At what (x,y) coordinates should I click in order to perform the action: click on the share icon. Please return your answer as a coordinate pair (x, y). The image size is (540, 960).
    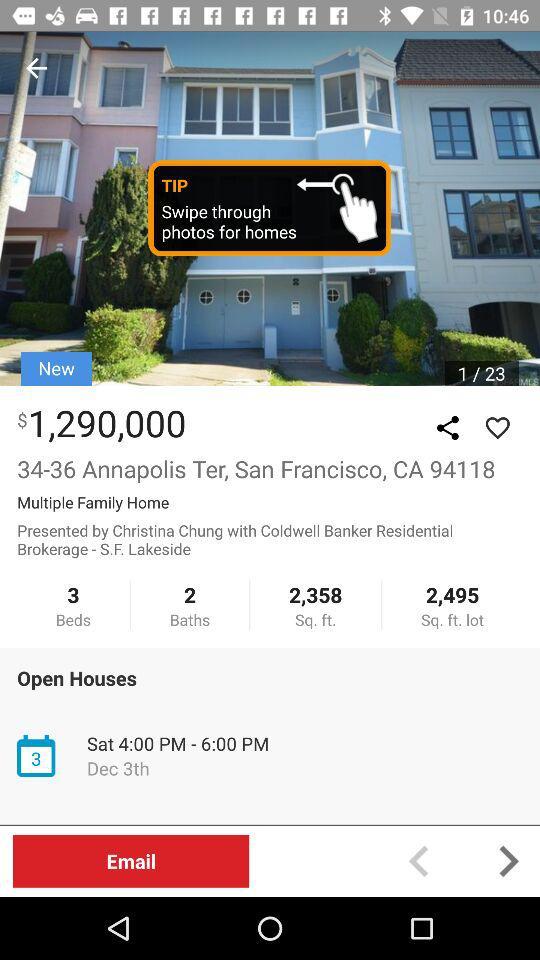
    Looking at the image, I should click on (447, 428).